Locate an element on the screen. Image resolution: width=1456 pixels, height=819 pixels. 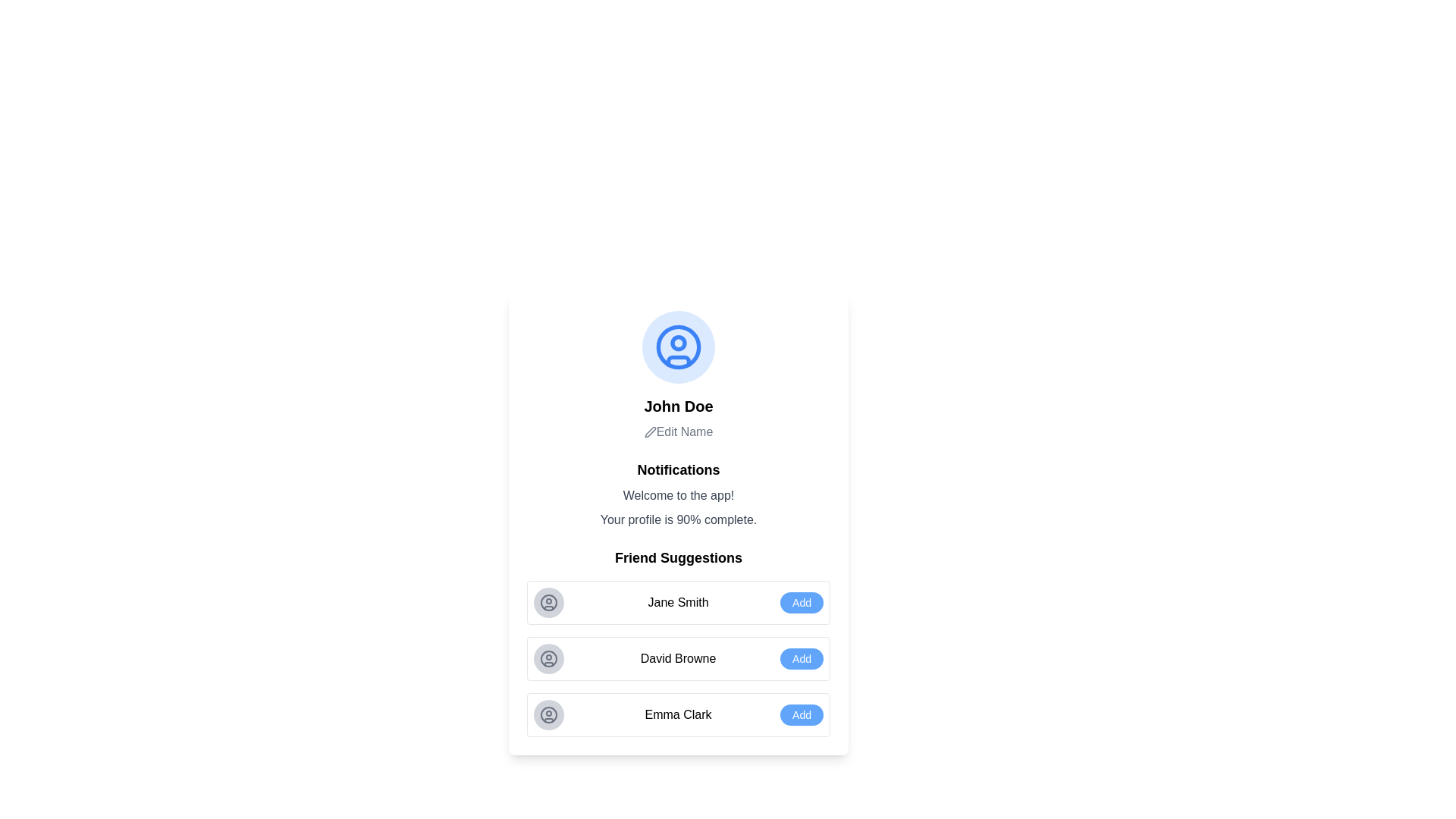
the text label displaying the name 'David Browne' in bold black font, located within the second card under the 'Friend Suggestions' section, positioned between the avatar icon and the 'Add' button is located at coordinates (677, 657).